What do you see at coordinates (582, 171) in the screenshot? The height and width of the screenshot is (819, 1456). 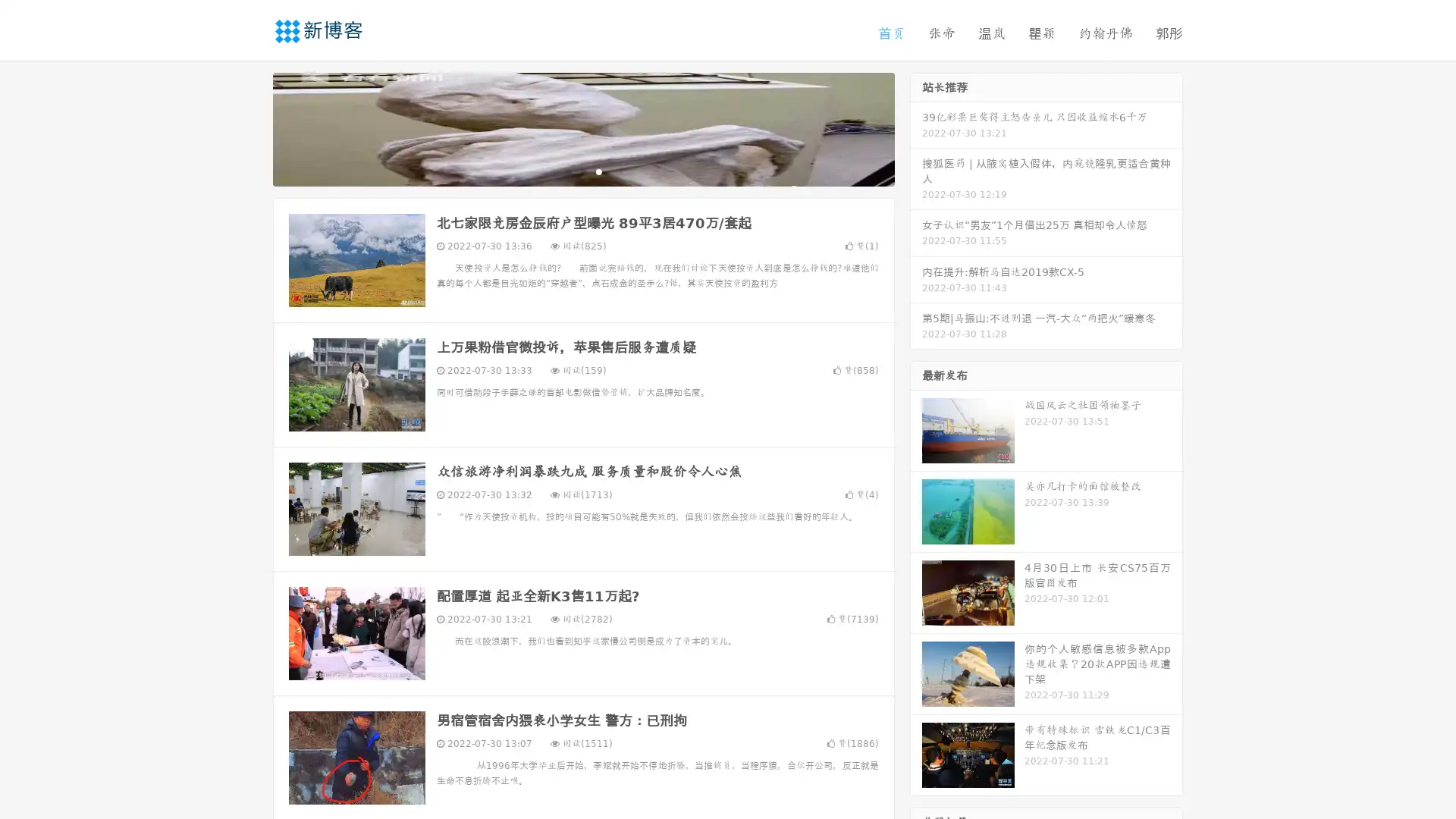 I see `Go to slide 2` at bounding box center [582, 171].